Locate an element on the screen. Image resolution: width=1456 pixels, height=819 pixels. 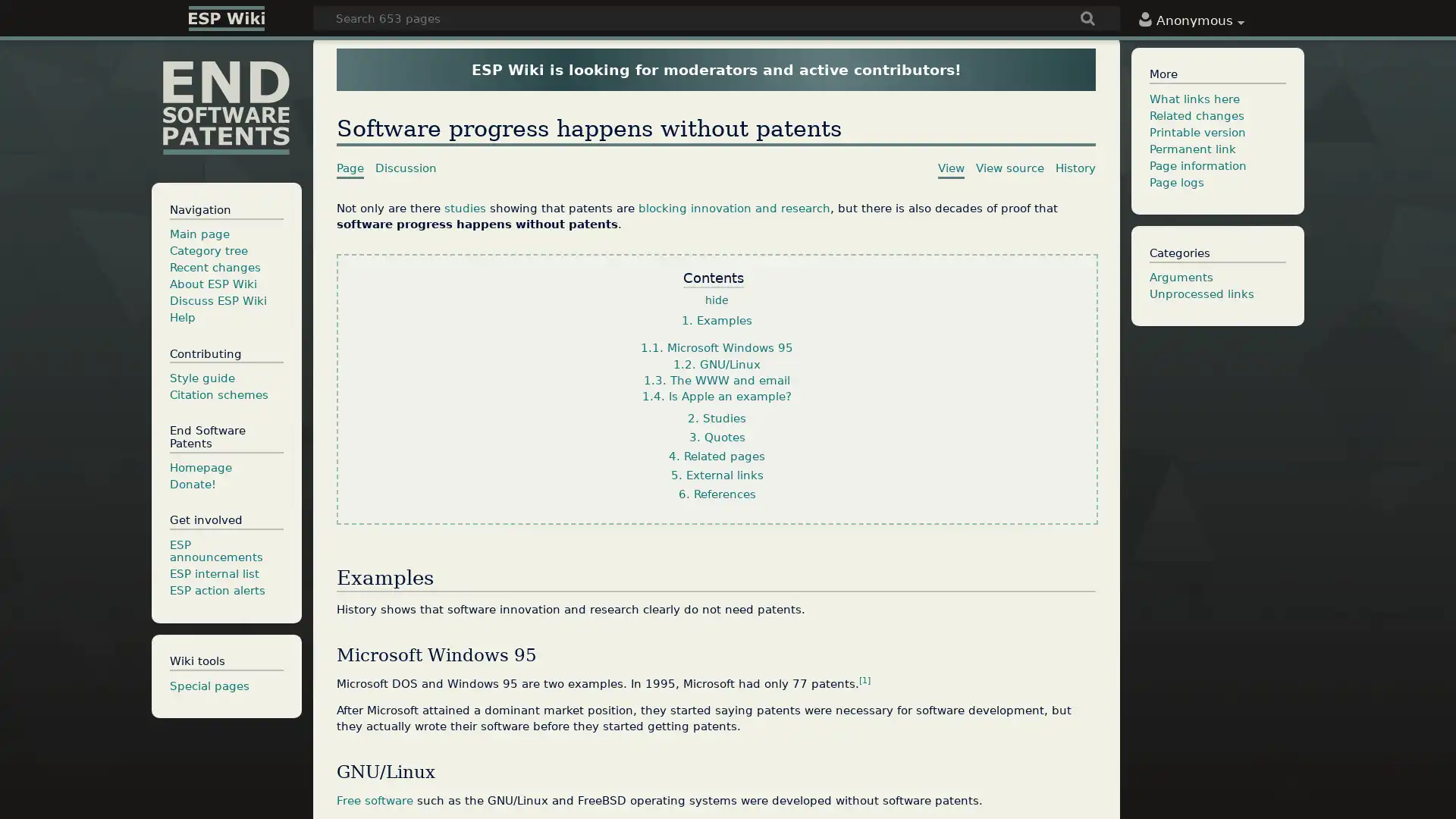
Go is located at coordinates (1087, 20).